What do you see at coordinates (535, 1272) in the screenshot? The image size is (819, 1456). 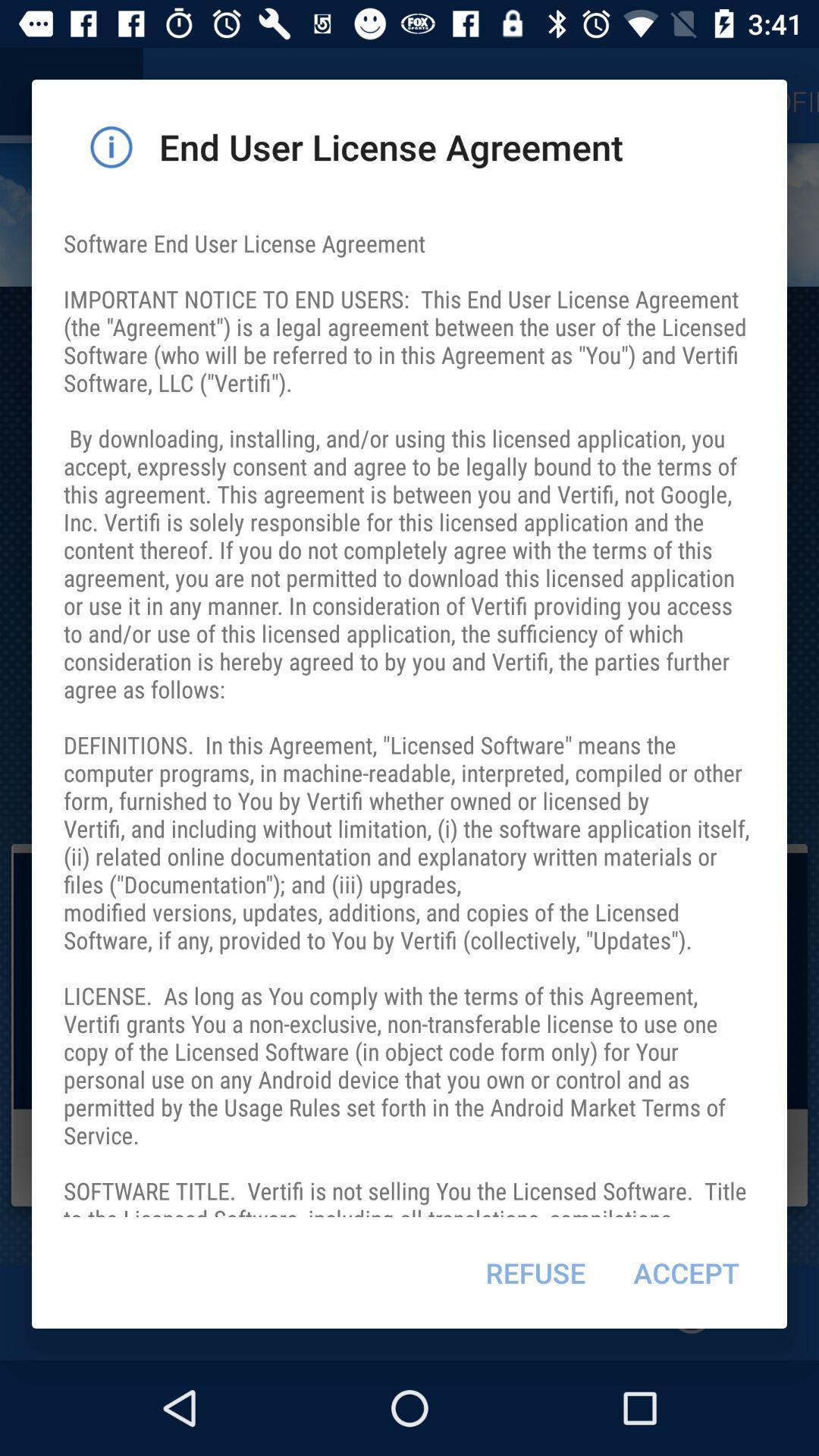 I see `icon next to the accept icon` at bounding box center [535, 1272].